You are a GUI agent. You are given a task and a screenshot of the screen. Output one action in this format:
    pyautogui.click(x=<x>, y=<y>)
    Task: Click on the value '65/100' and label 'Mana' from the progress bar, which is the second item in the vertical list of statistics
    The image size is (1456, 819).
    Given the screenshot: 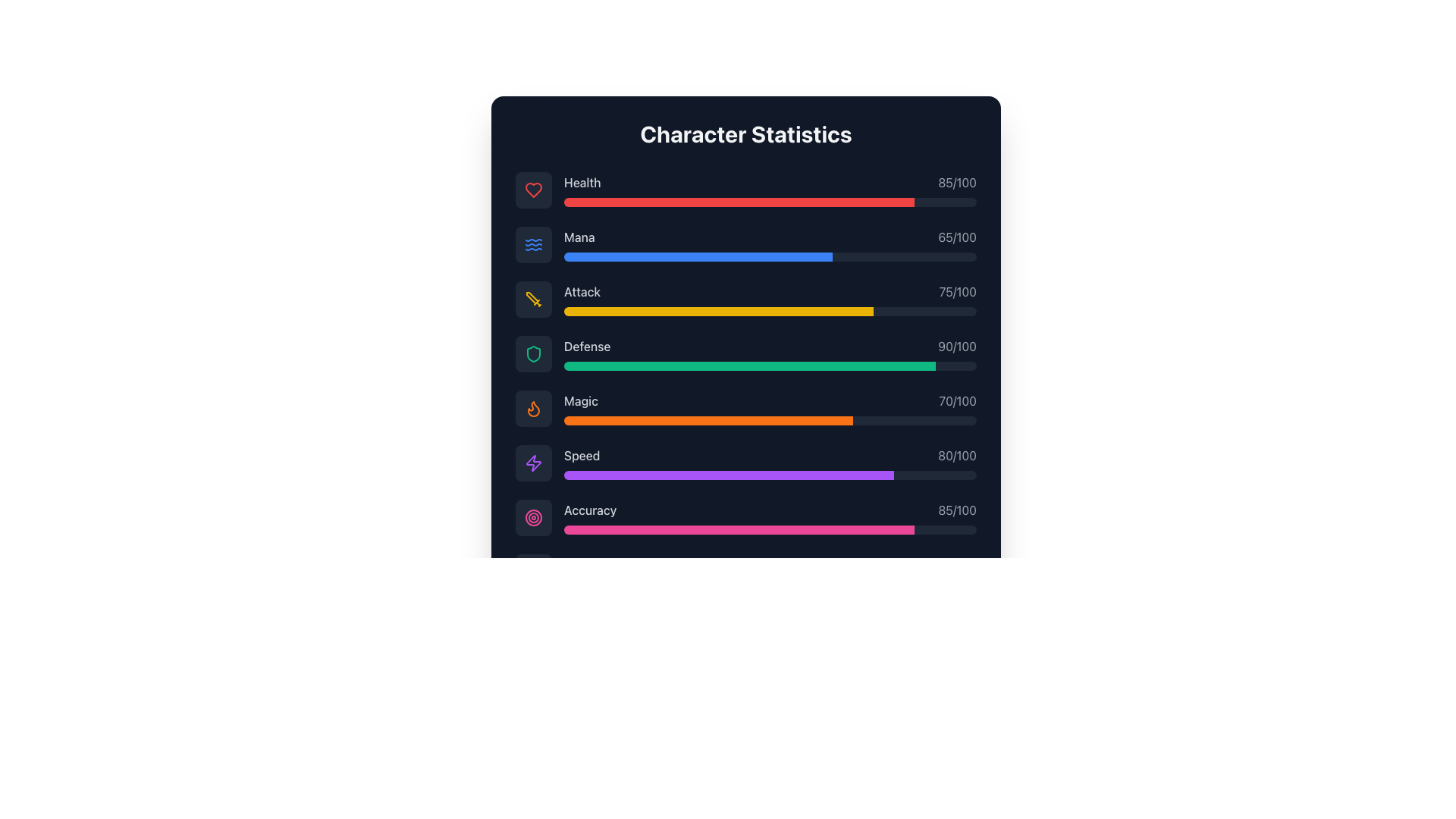 What is the action you would take?
    pyautogui.click(x=770, y=244)
    